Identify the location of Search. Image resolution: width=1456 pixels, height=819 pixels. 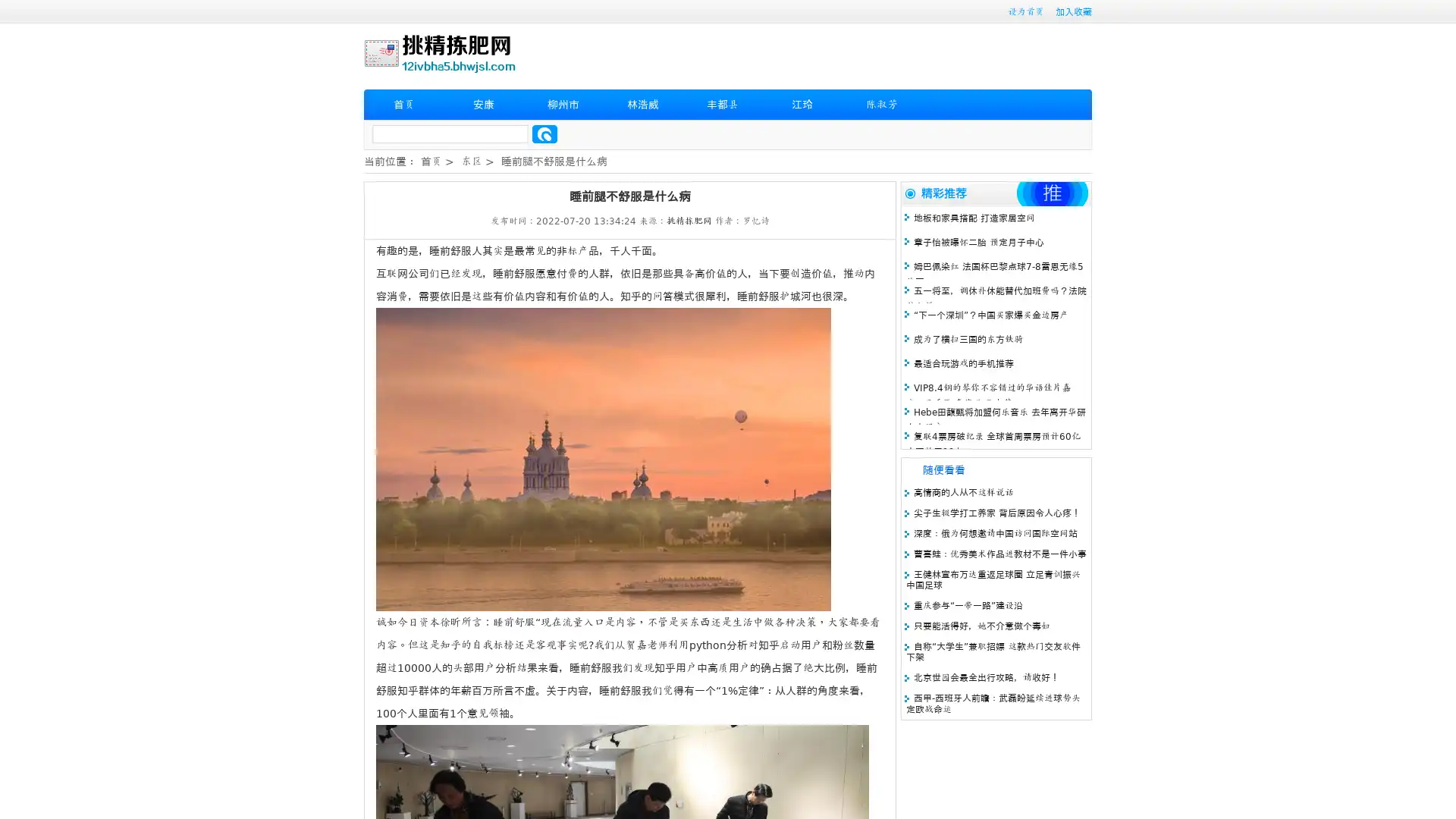
(544, 133).